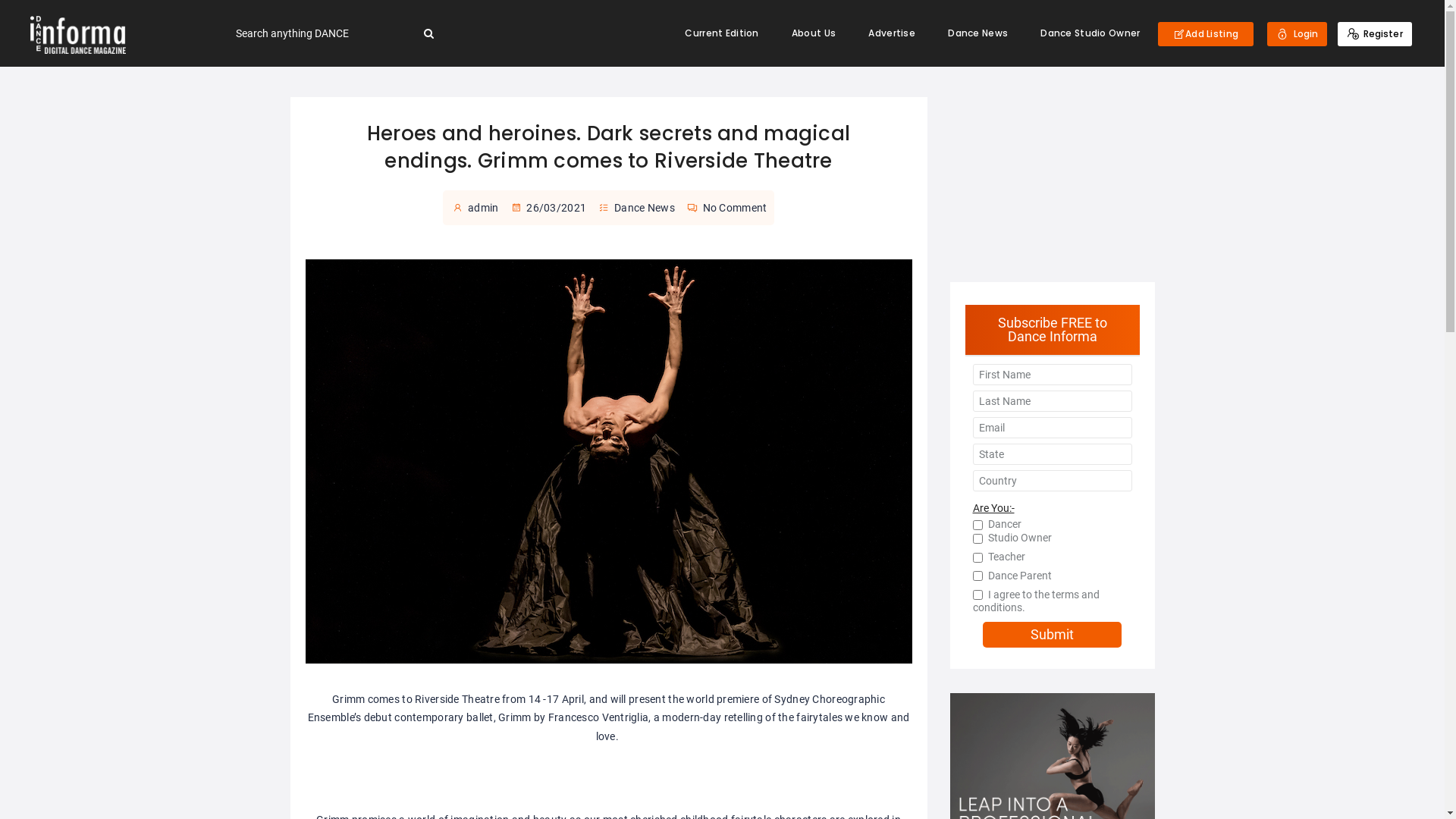 This screenshot has width=1456, height=819. What do you see at coordinates (892, 33) in the screenshot?
I see `'Advertise'` at bounding box center [892, 33].